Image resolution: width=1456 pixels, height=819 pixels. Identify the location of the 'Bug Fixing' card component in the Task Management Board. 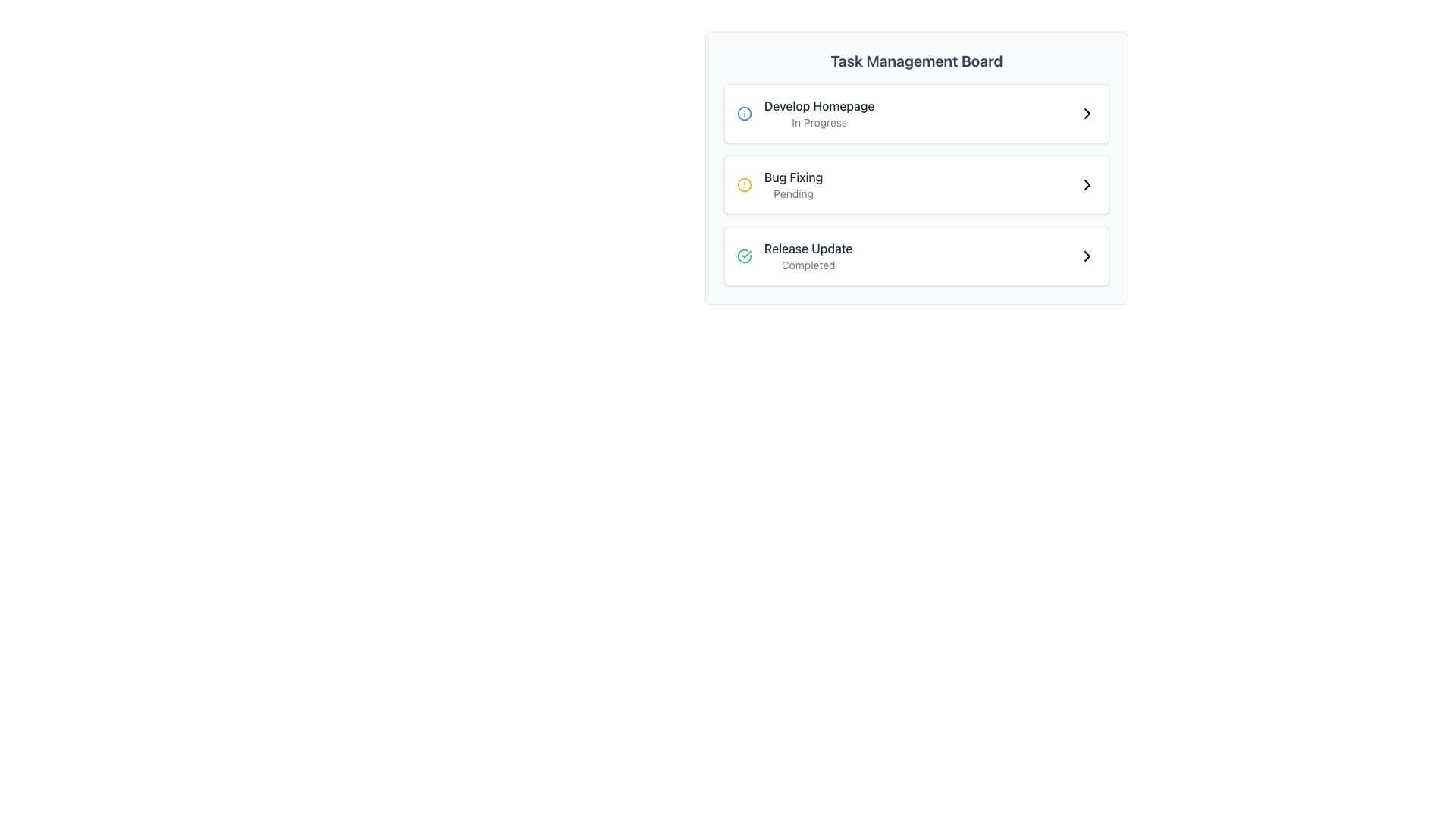
(916, 168).